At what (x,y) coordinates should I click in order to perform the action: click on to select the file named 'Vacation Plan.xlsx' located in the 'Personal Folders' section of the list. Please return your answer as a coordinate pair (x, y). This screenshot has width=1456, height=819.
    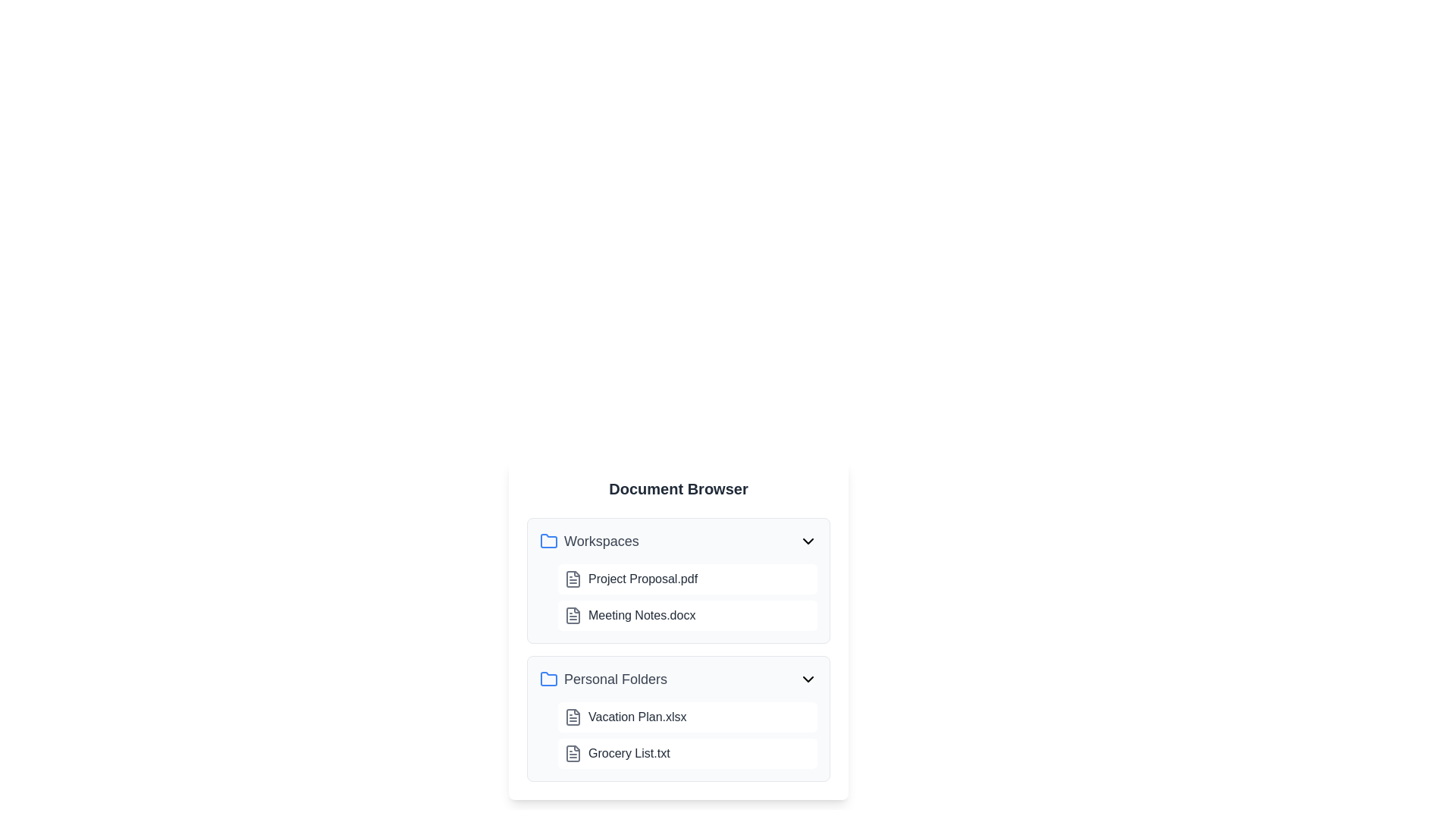
    Looking at the image, I should click on (687, 717).